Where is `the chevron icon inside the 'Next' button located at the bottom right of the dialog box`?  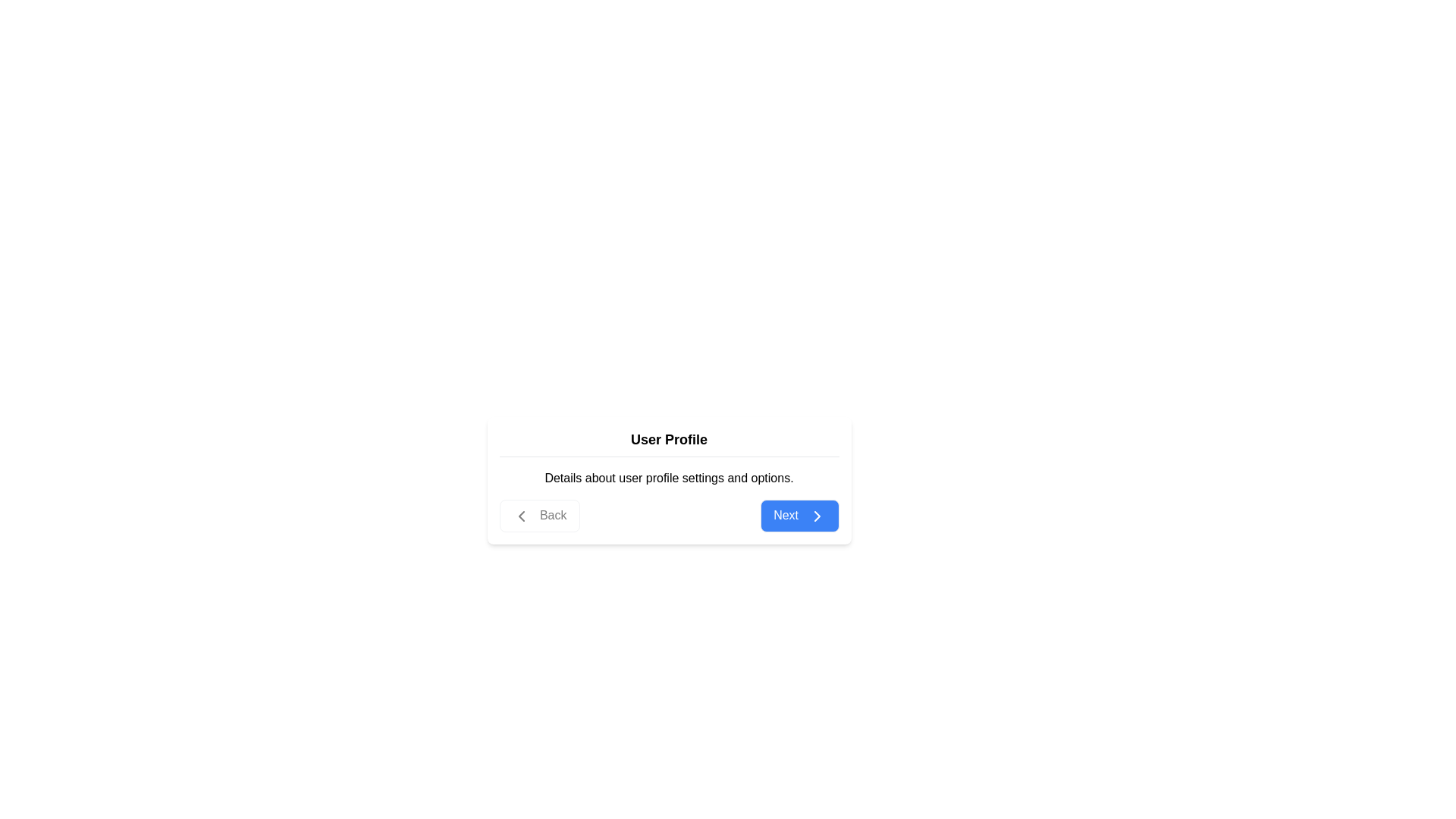 the chevron icon inside the 'Next' button located at the bottom right of the dialog box is located at coordinates (816, 515).